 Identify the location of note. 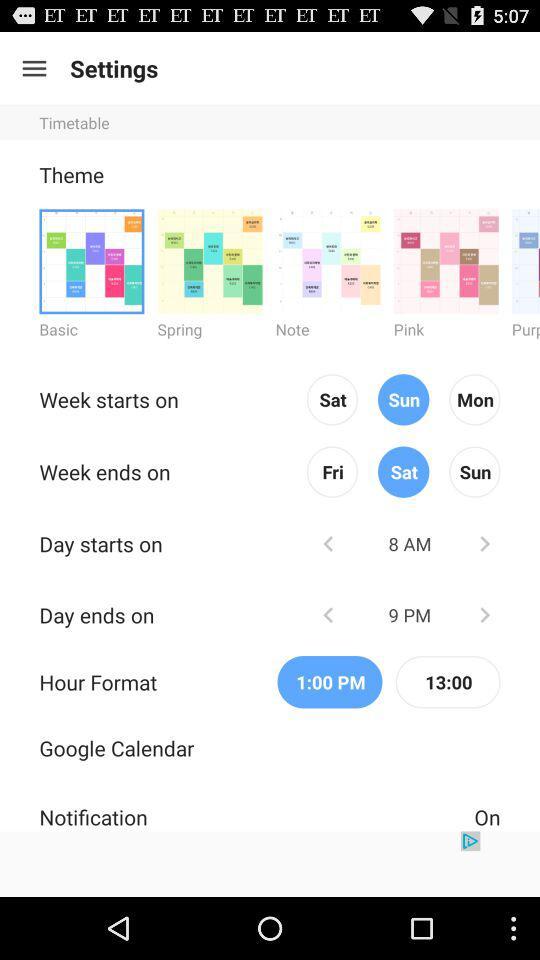
(328, 260).